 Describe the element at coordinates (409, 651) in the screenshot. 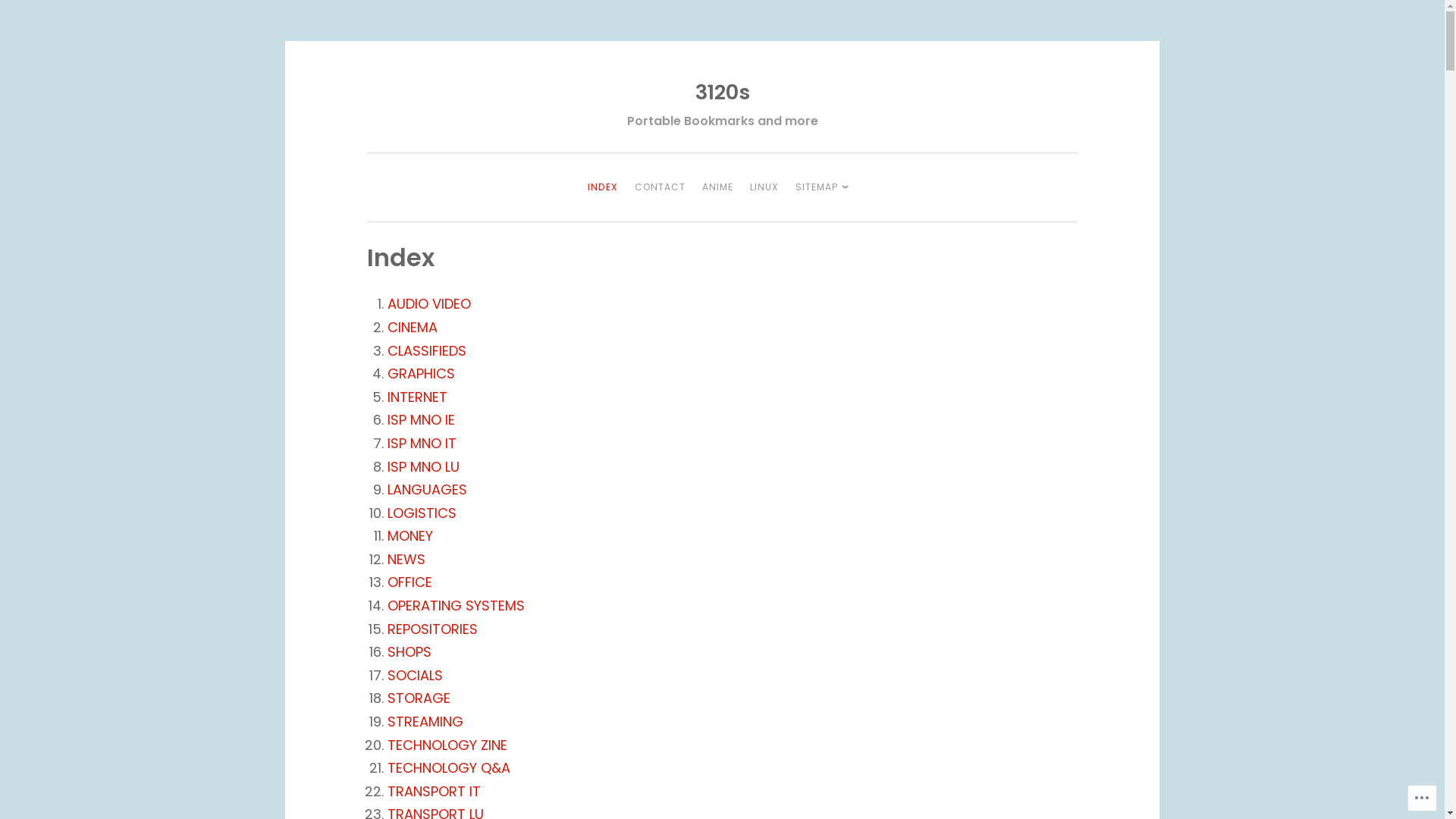

I see `'SHOPS'` at that location.